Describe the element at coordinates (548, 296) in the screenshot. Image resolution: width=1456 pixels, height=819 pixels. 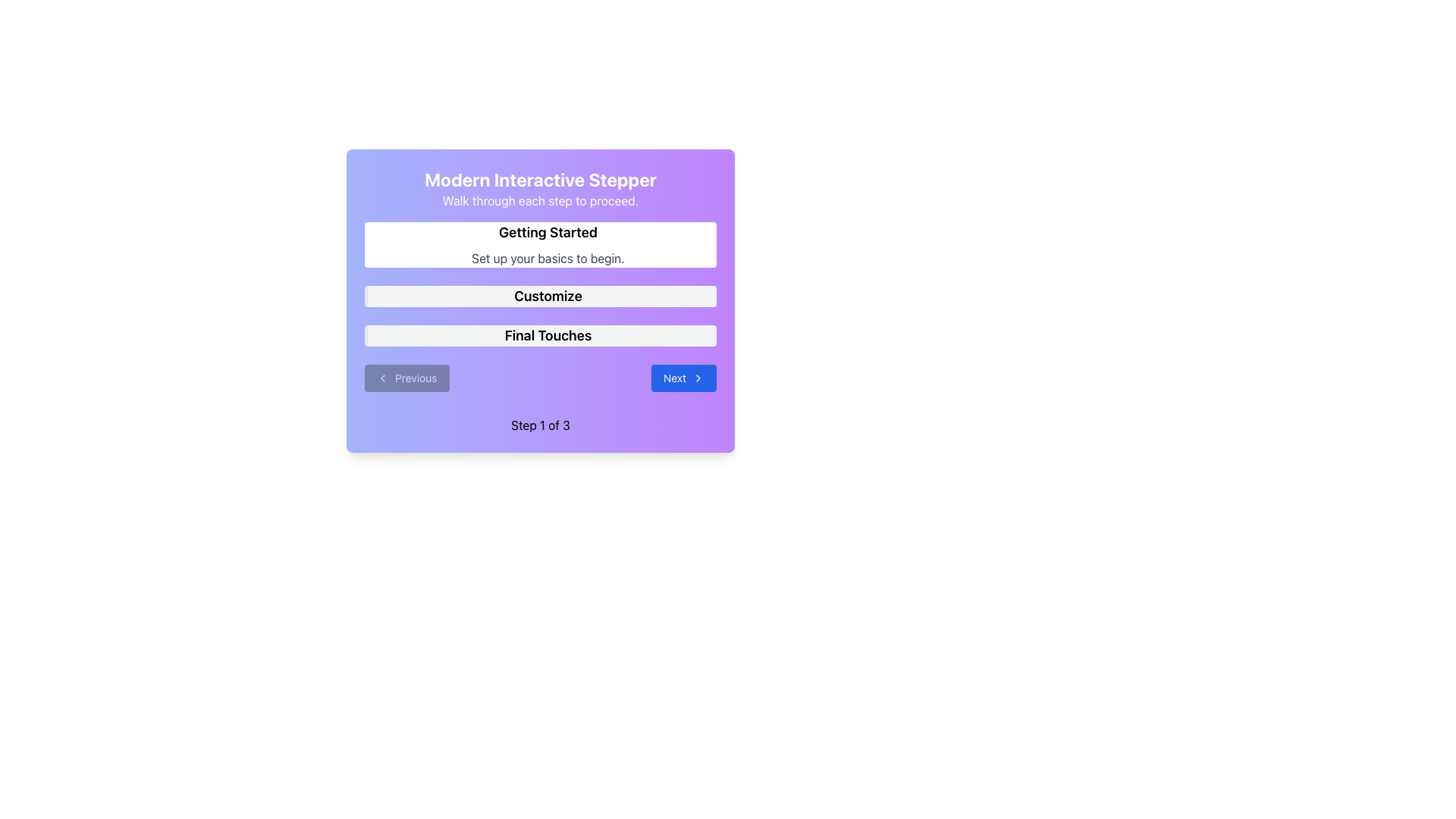
I see `the text label indicating the second step in the stepper process, which is centrally aligned and serves as a navigation indicator` at that location.